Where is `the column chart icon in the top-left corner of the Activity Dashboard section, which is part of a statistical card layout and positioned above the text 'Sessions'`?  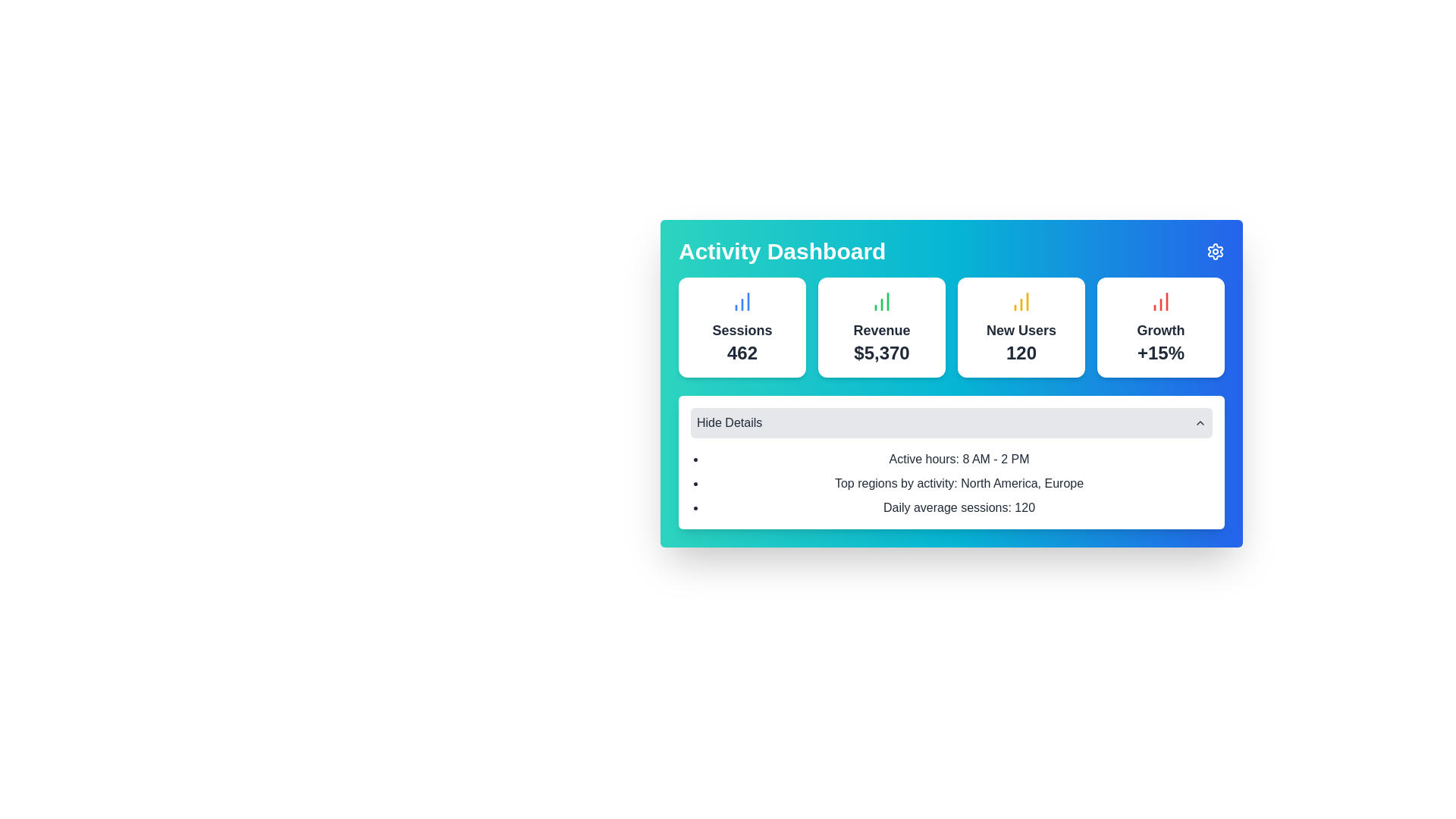
the column chart icon in the top-left corner of the Activity Dashboard section, which is part of a statistical card layout and positioned above the text 'Sessions' is located at coordinates (742, 301).